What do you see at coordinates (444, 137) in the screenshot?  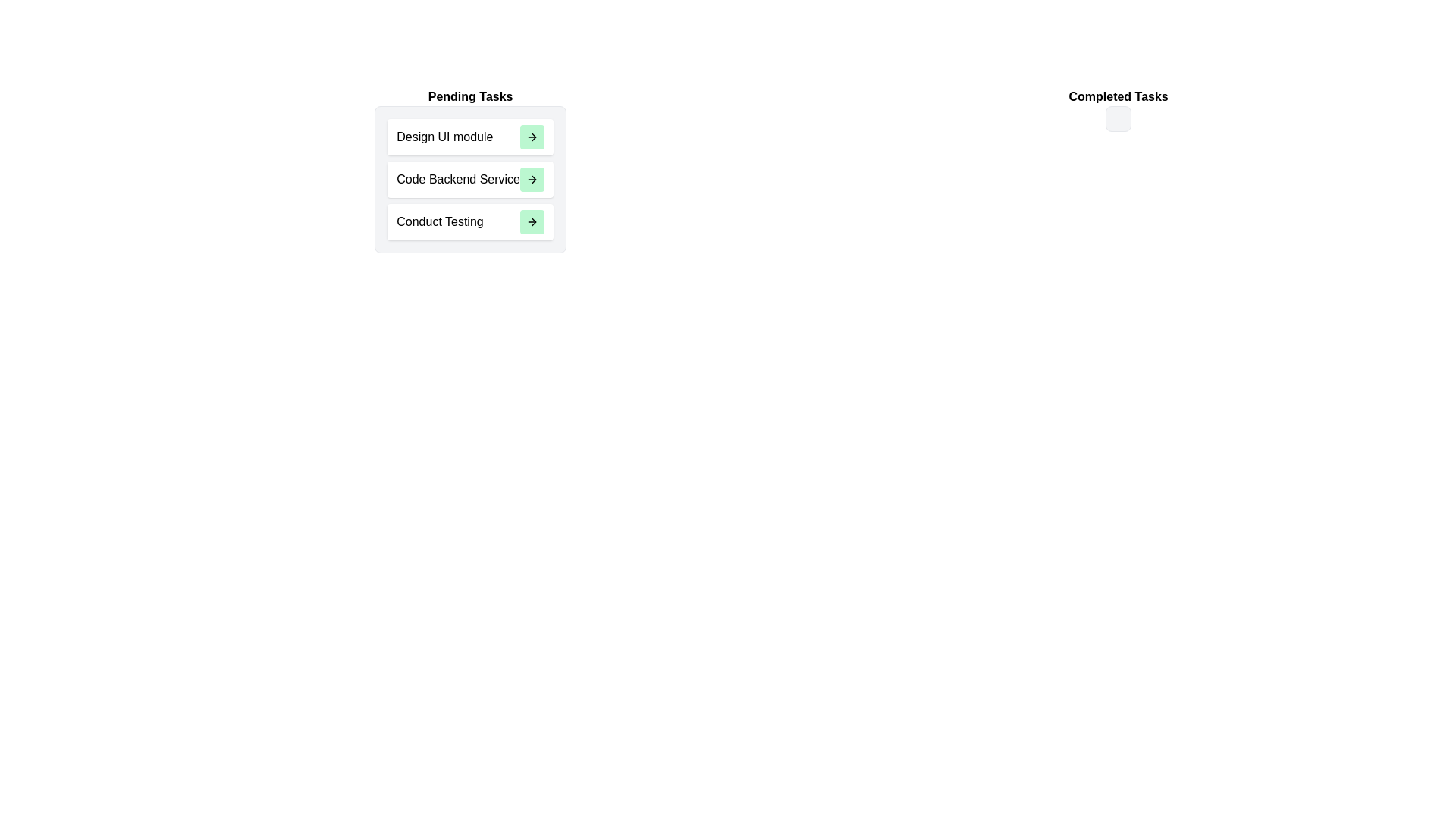 I see `the task name to highlight it` at bounding box center [444, 137].